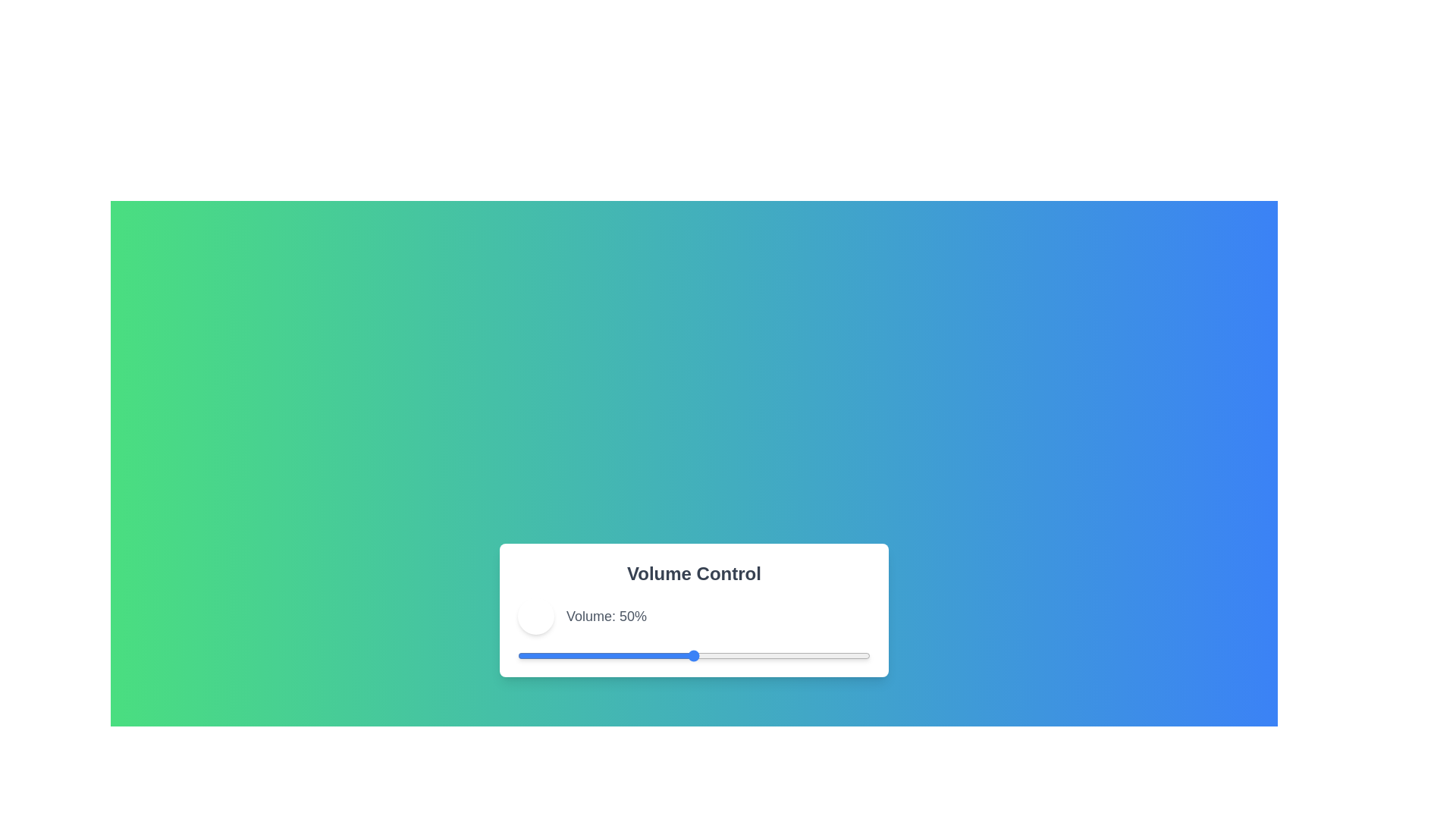 The height and width of the screenshot is (819, 1456). I want to click on the slider, so click(764, 654).